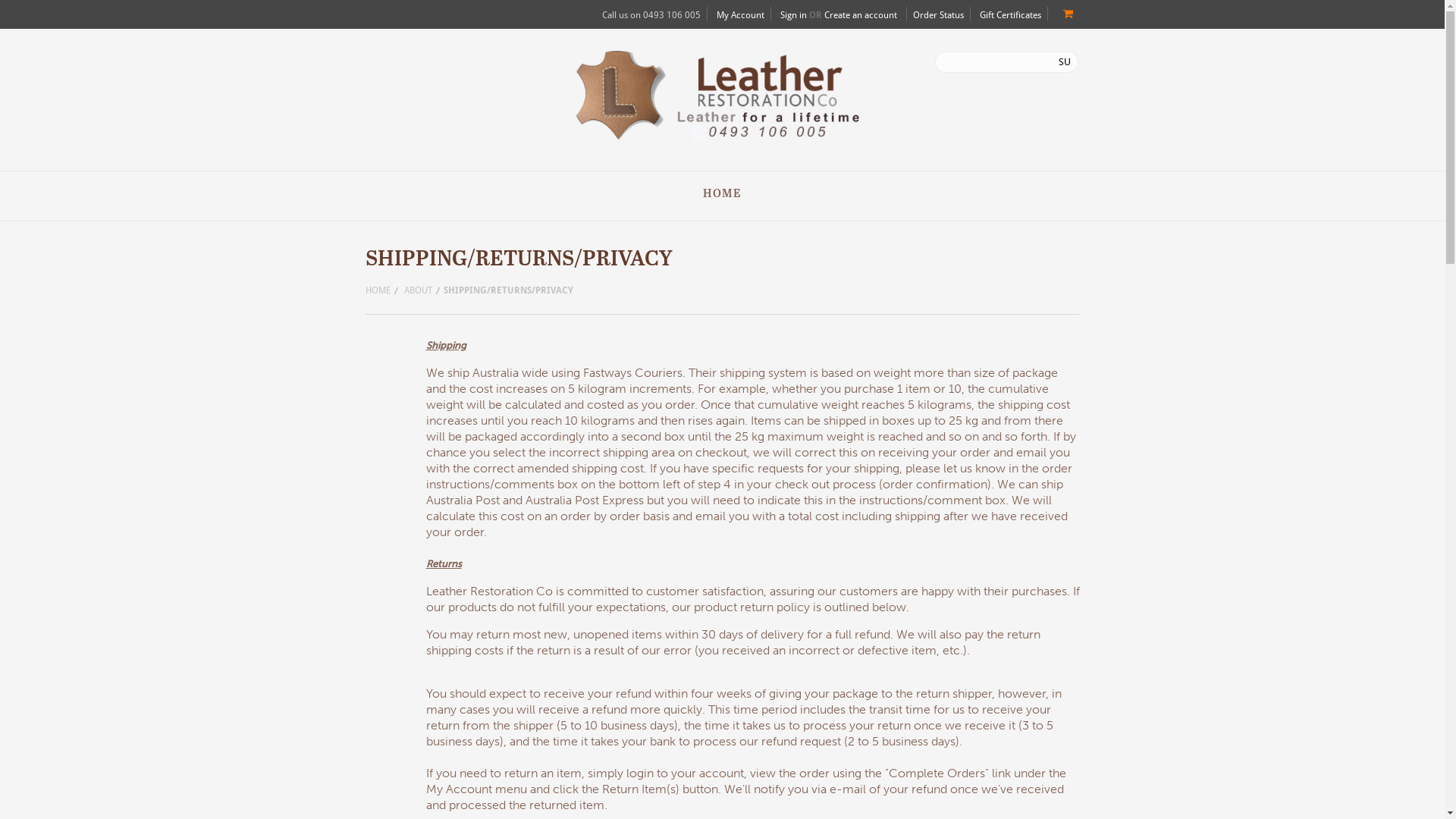  What do you see at coordinates (979, 14) in the screenshot?
I see `'Gift Certificates'` at bounding box center [979, 14].